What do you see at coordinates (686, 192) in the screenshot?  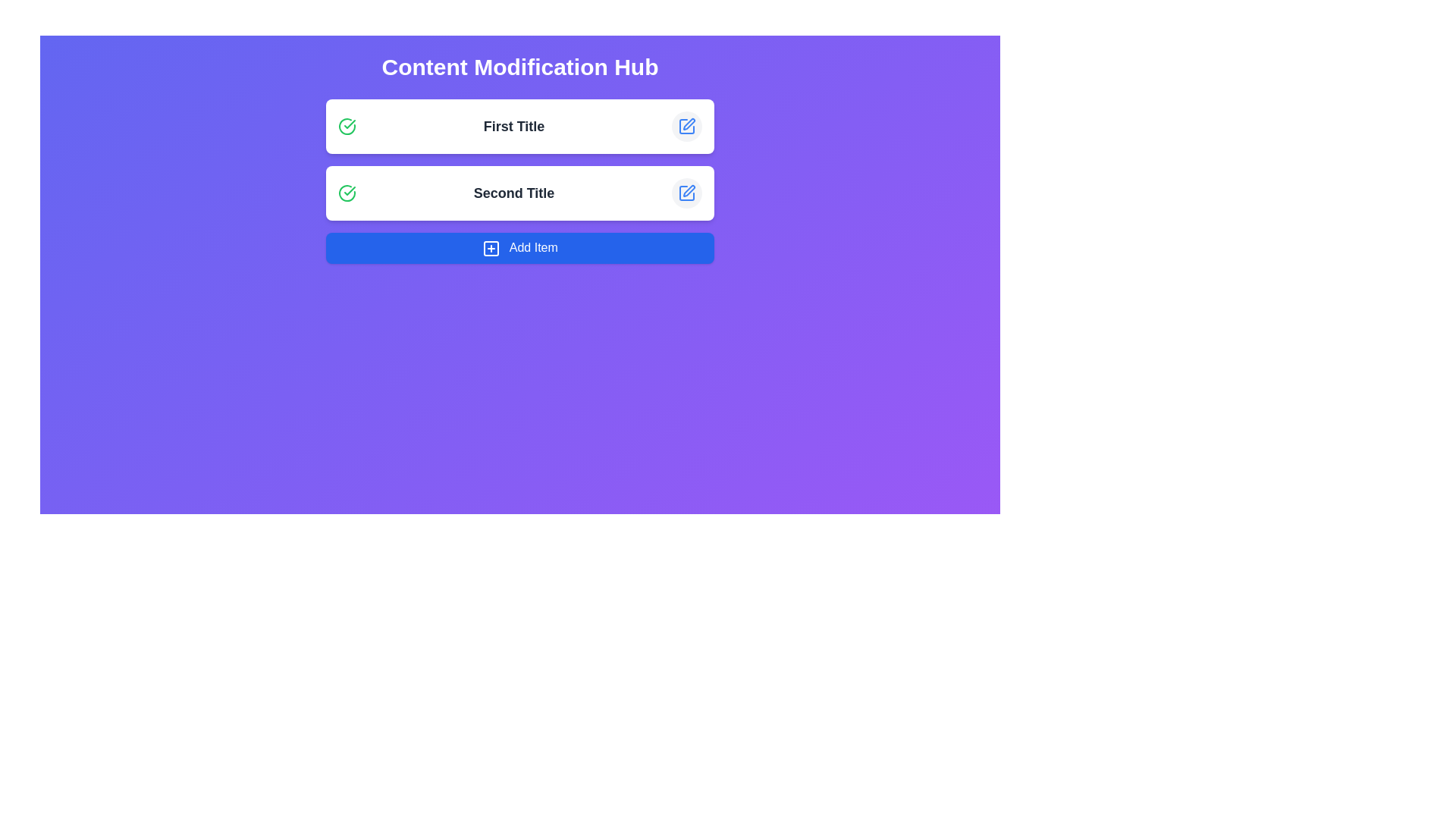 I see `the 'edit' icon located in the second list item corresponding to 'Second Title'` at bounding box center [686, 192].